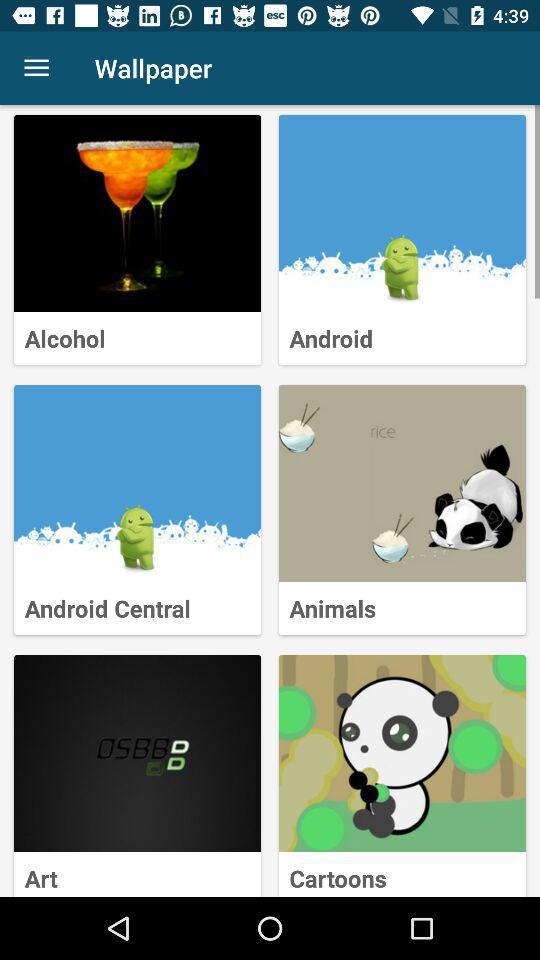 The height and width of the screenshot is (960, 540). Describe the element at coordinates (36, 68) in the screenshot. I see `item next to the wallpaper` at that location.